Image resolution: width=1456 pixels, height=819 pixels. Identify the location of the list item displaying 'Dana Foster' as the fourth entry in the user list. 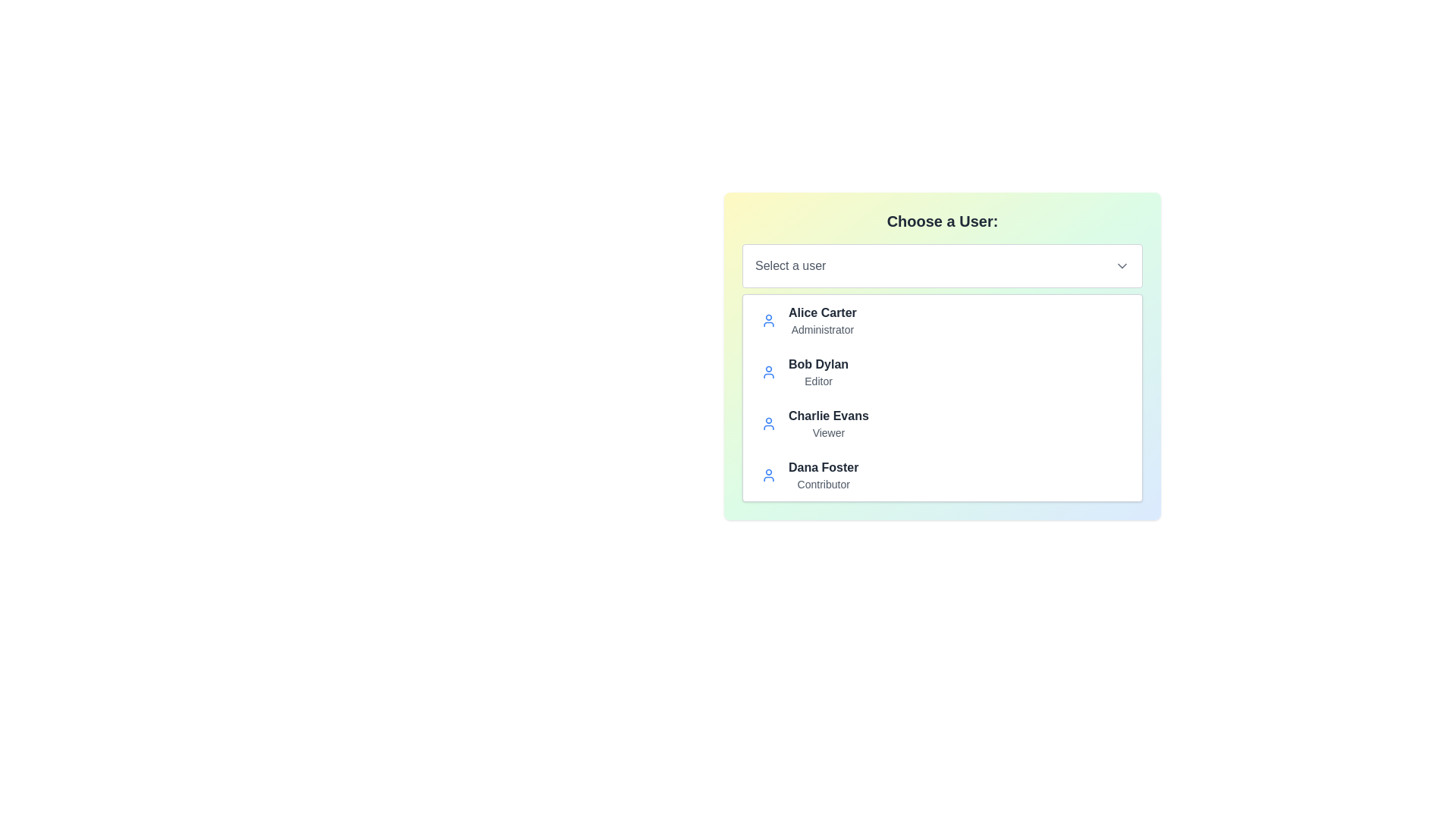
(942, 475).